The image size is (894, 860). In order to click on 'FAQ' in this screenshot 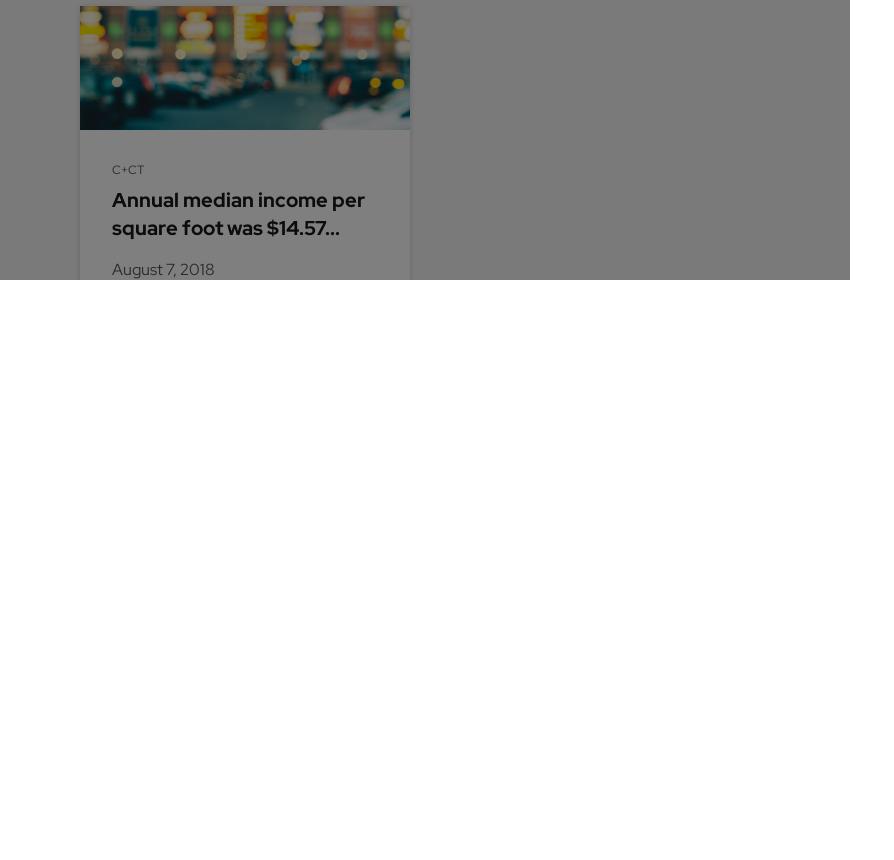, I will do `click(548, 545)`.